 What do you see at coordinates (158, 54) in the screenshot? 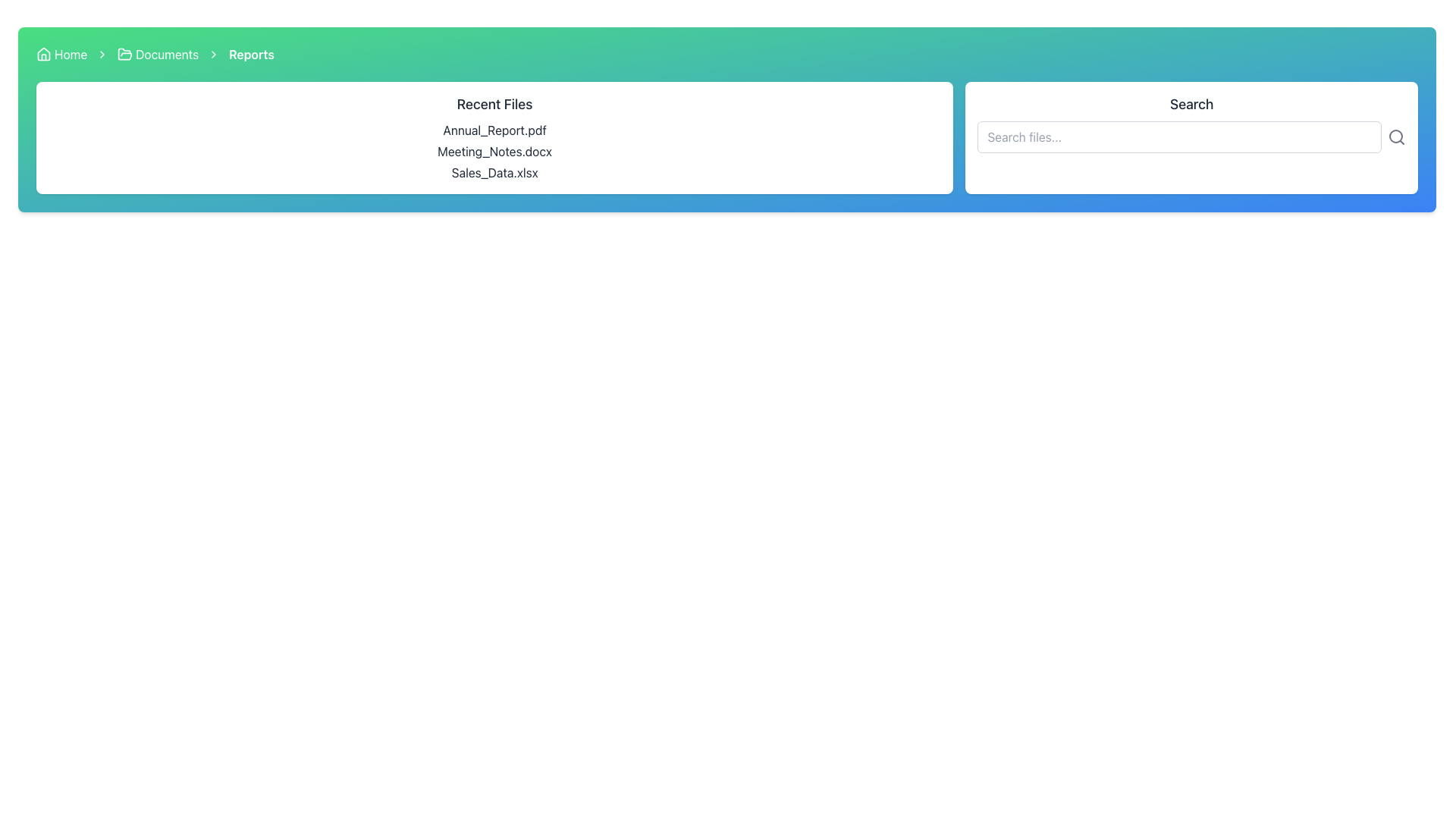
I see `the breadcrumb navigation link labeled 'Documents'` at bounding box center [158, 54].